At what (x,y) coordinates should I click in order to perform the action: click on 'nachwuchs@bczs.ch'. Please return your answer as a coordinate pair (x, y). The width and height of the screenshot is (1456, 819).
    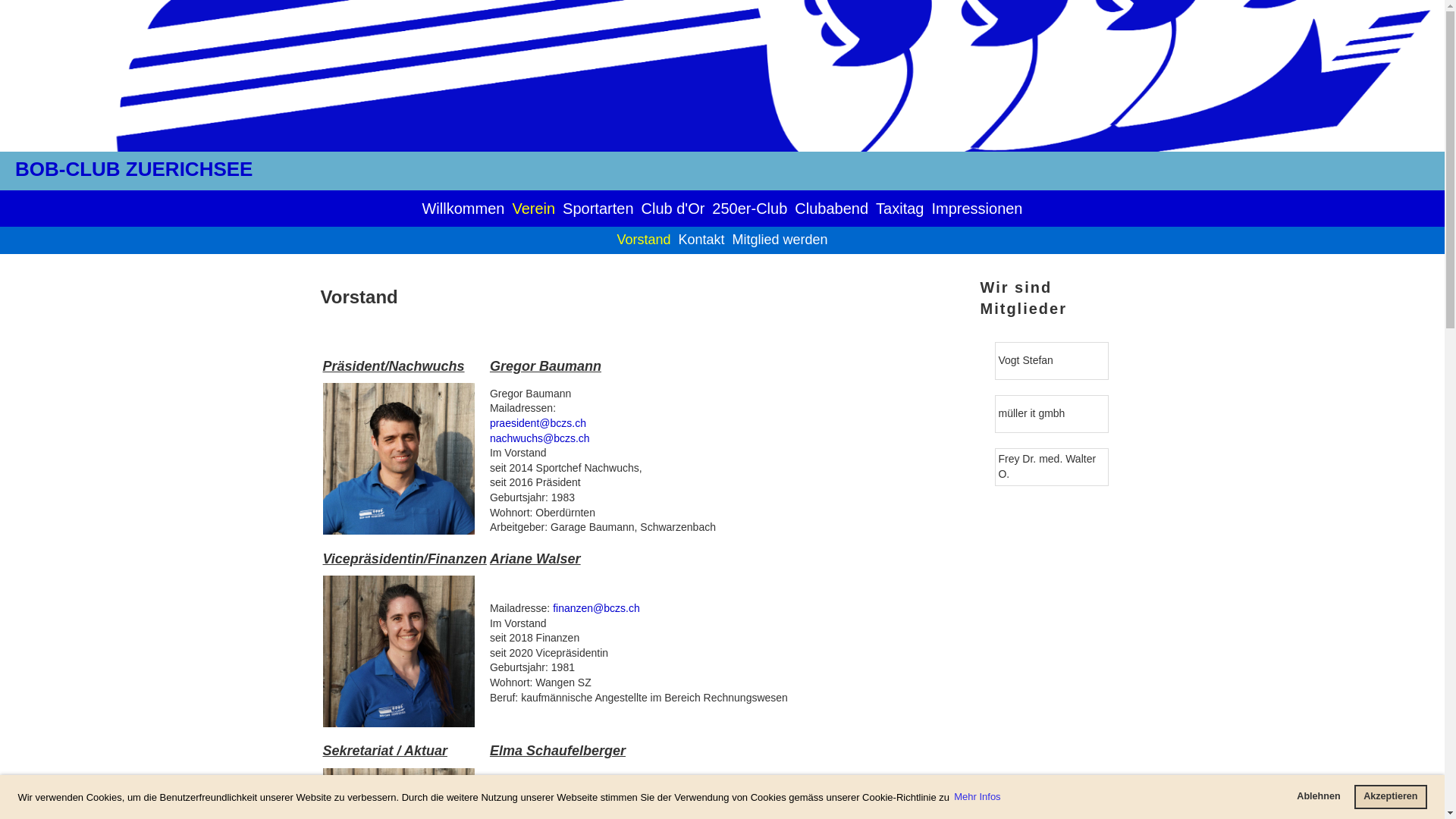
    Looking at the image, I should click on (539, 438).